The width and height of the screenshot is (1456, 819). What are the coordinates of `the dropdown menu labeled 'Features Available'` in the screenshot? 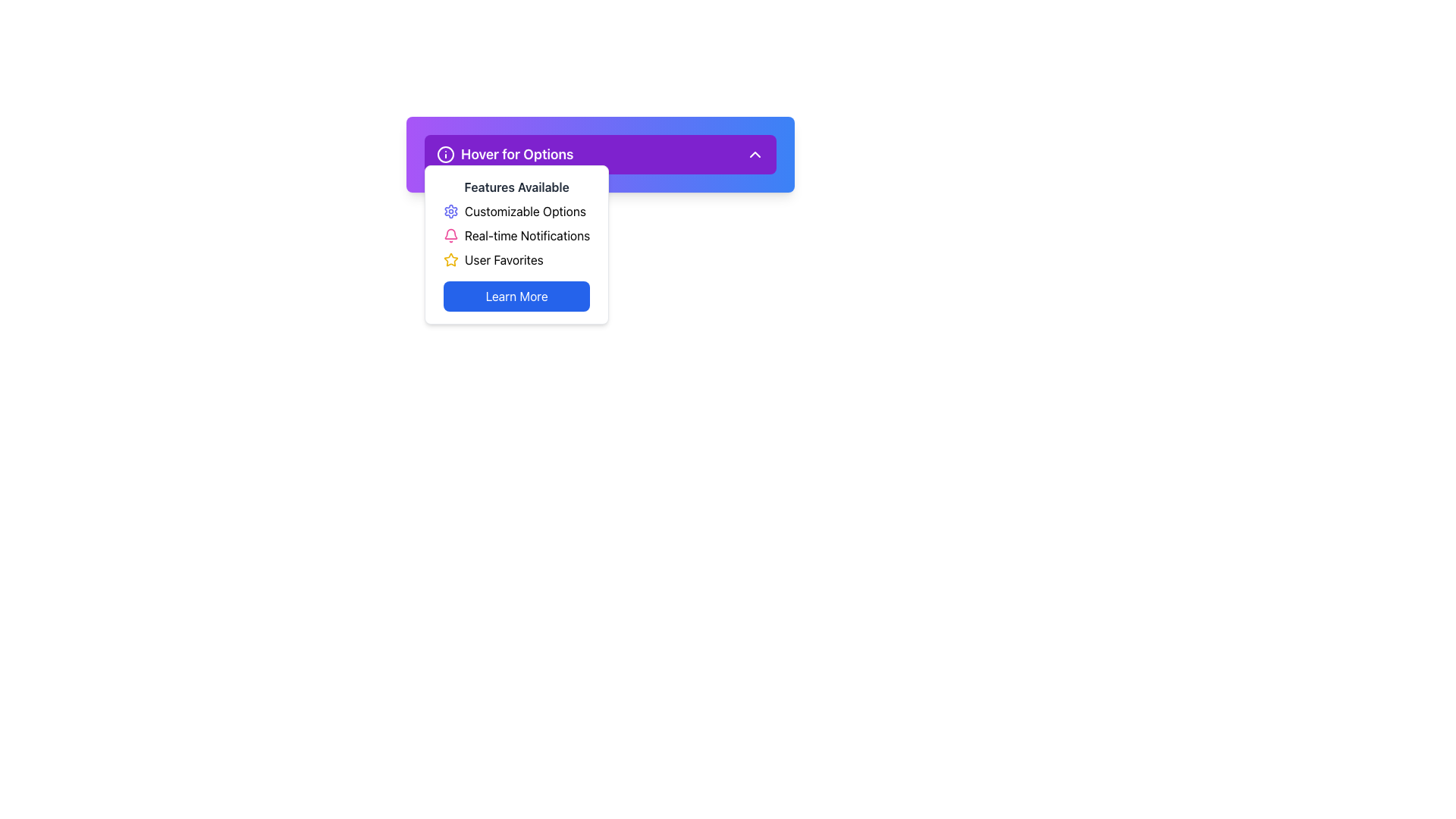 It's located at (516, 244).